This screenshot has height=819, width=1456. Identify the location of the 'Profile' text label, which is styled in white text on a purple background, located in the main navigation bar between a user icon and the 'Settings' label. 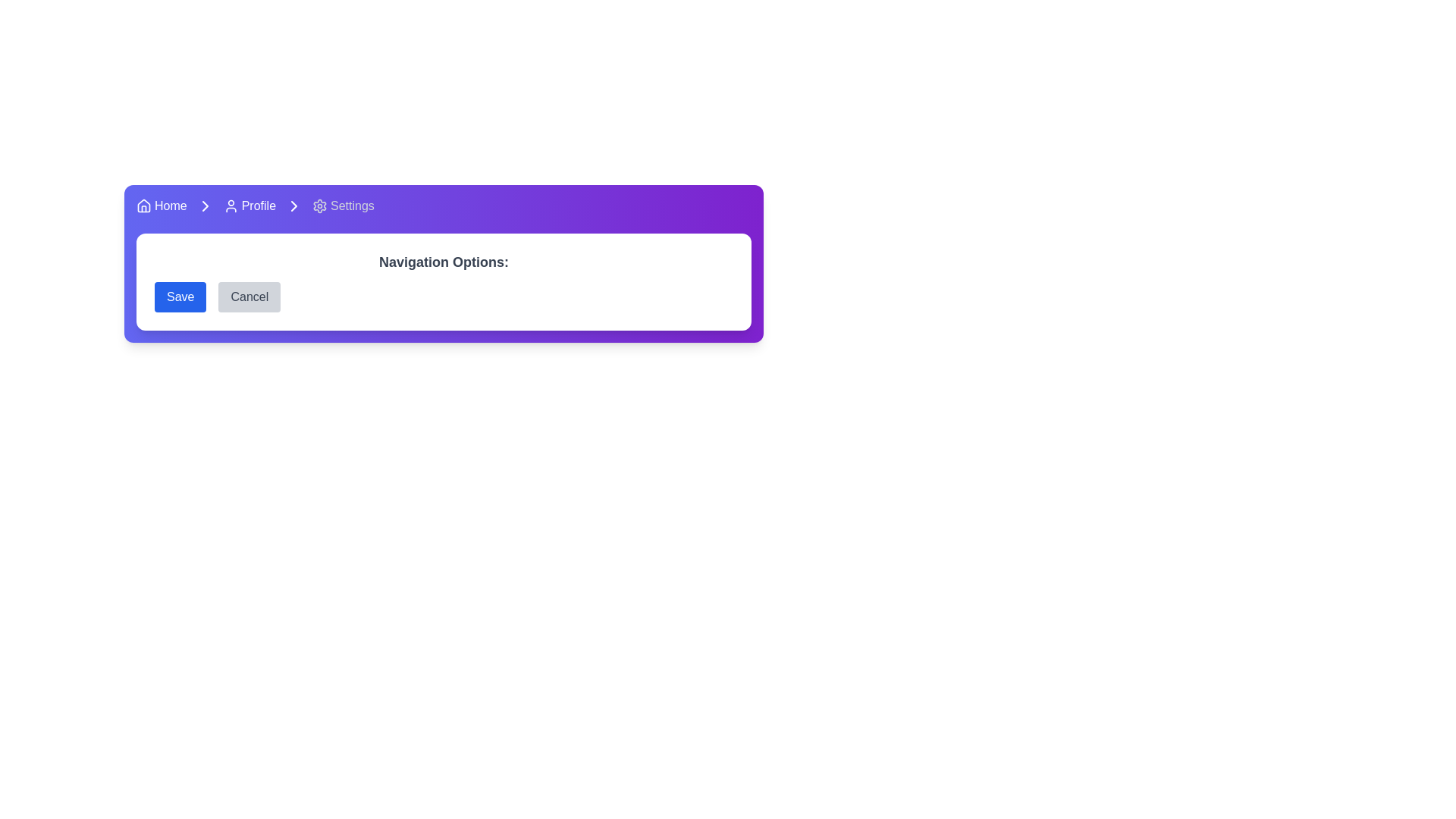
(259, 206).